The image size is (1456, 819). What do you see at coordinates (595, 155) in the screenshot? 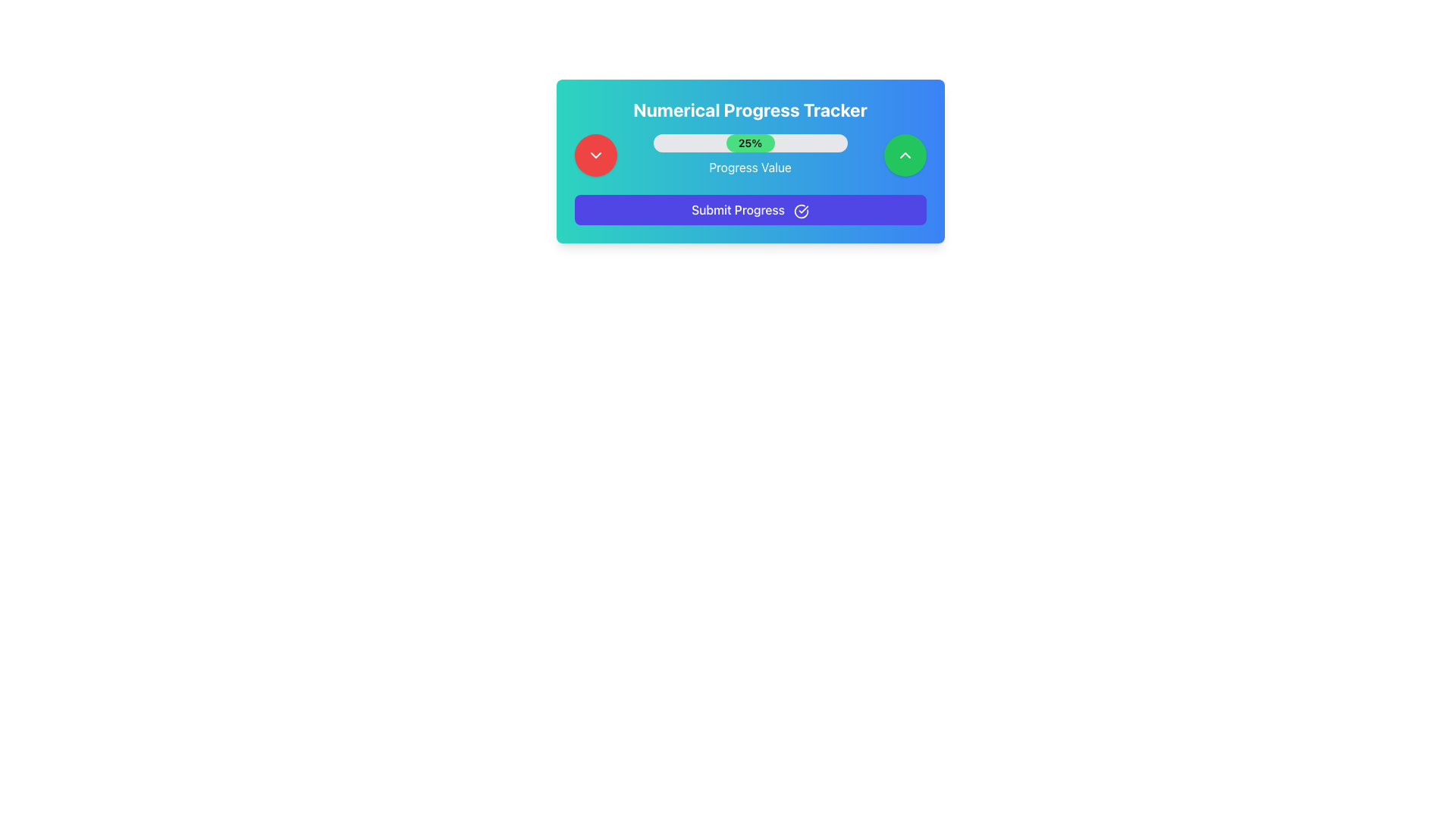
I see `the circular red button with a downward-pointing chevron icon` at bounding box center [595, 155].